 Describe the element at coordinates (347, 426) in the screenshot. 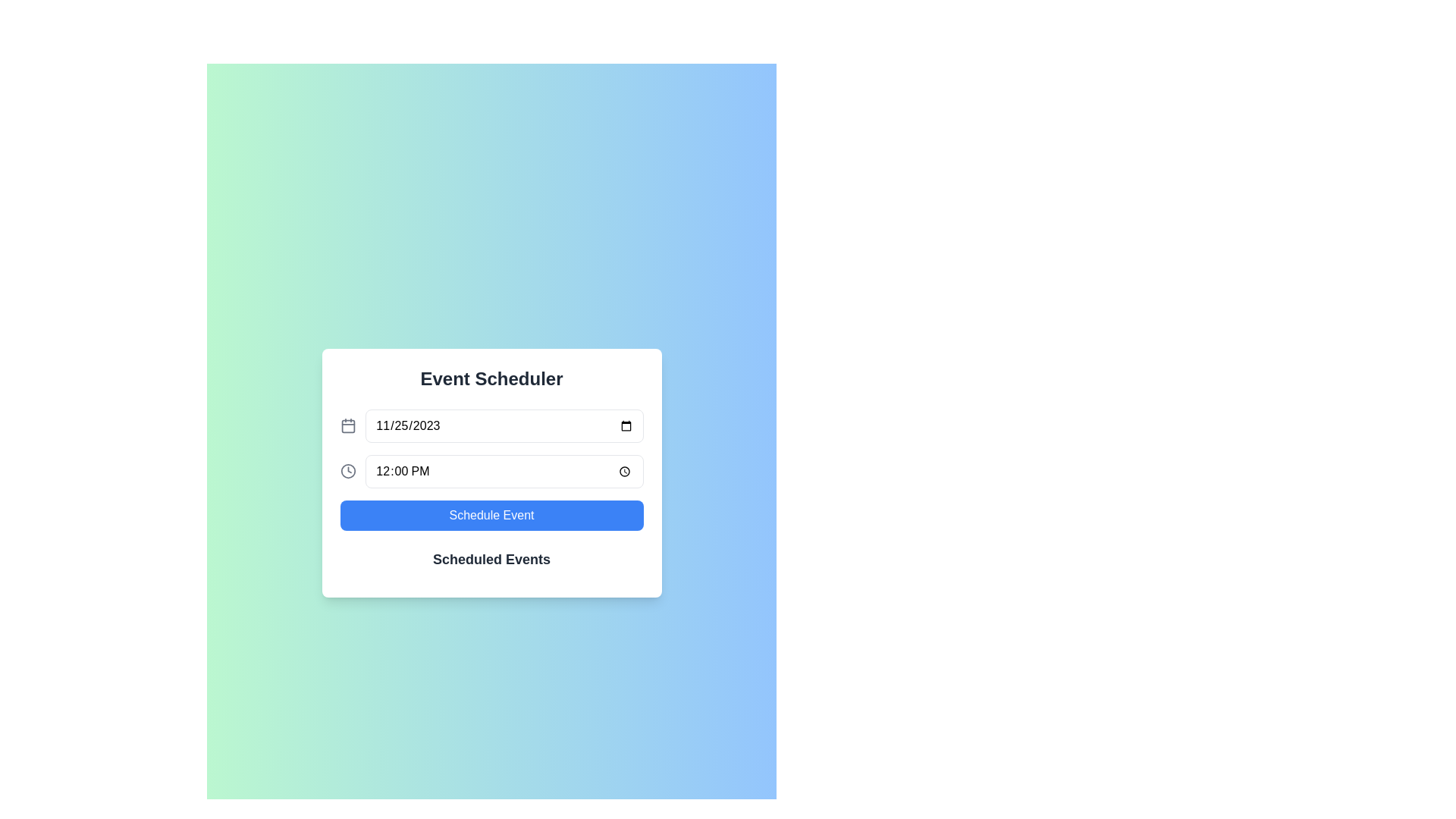

I see `the gray calendar icon with a square border located on the left side of the date input field` at that location.